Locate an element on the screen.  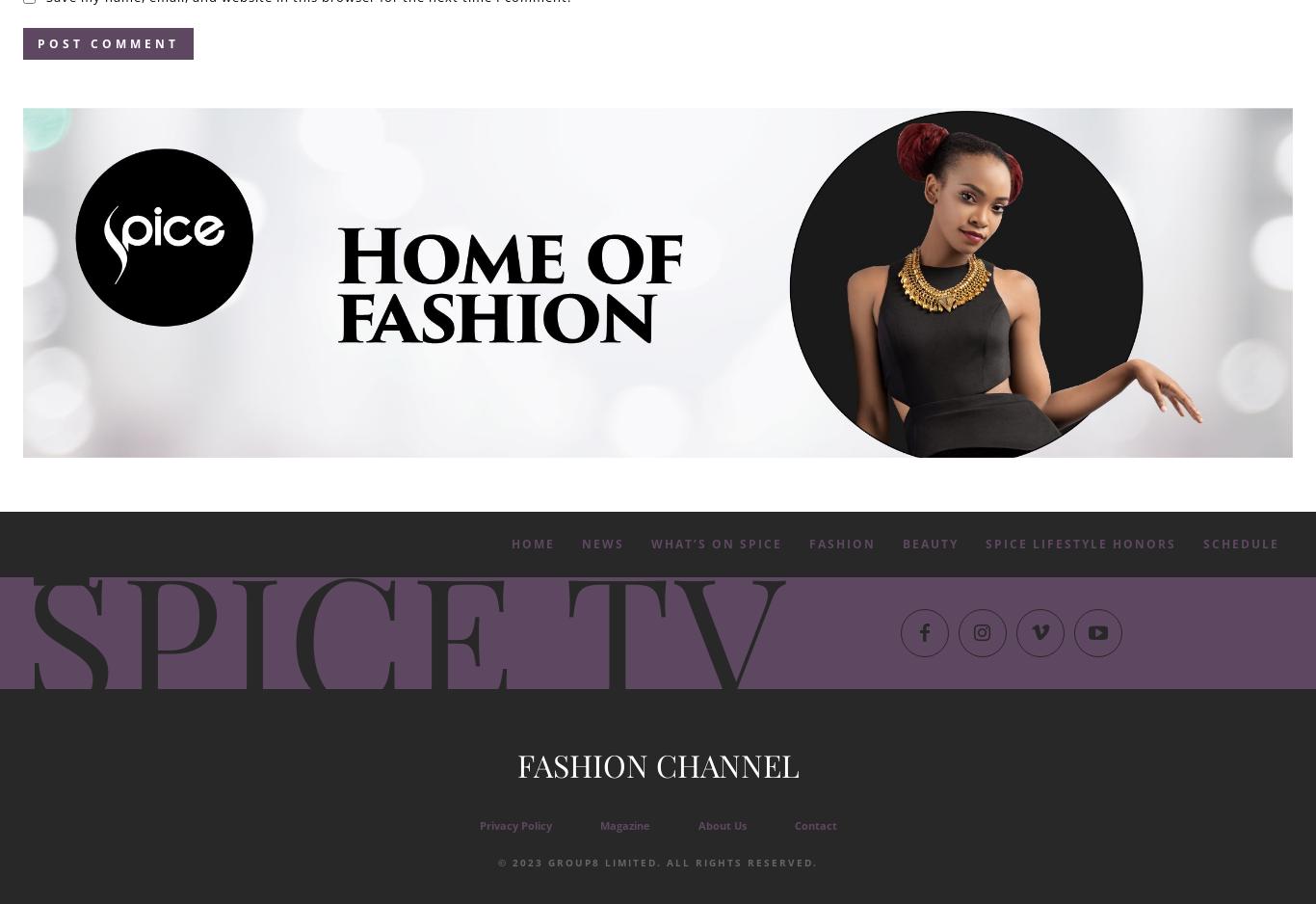
'SPICE TV' is located at coordinates (405, 628).